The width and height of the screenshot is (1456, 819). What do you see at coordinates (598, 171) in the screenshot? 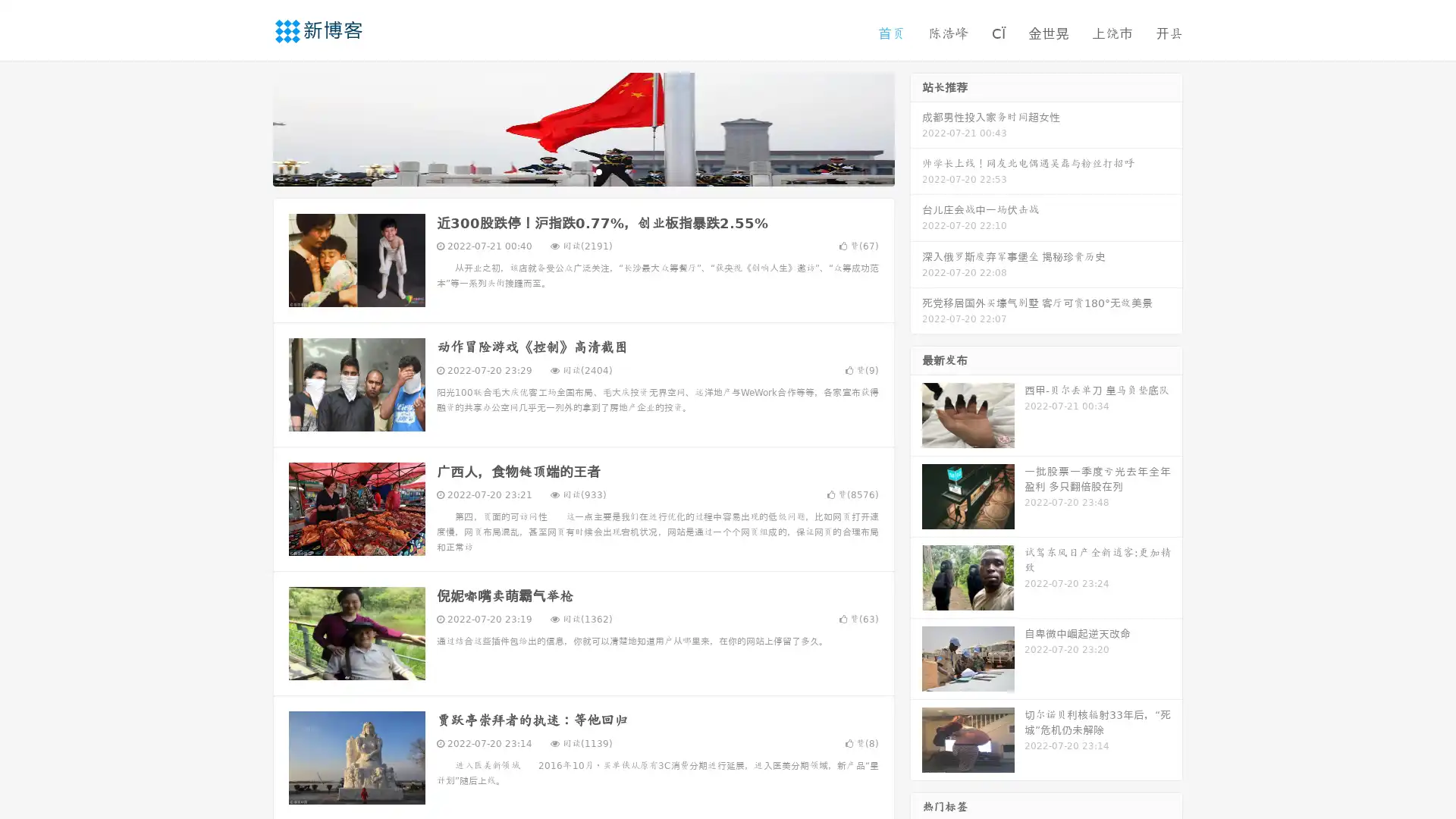
I see `Go to slide 3` at bounding box center [598, 171].